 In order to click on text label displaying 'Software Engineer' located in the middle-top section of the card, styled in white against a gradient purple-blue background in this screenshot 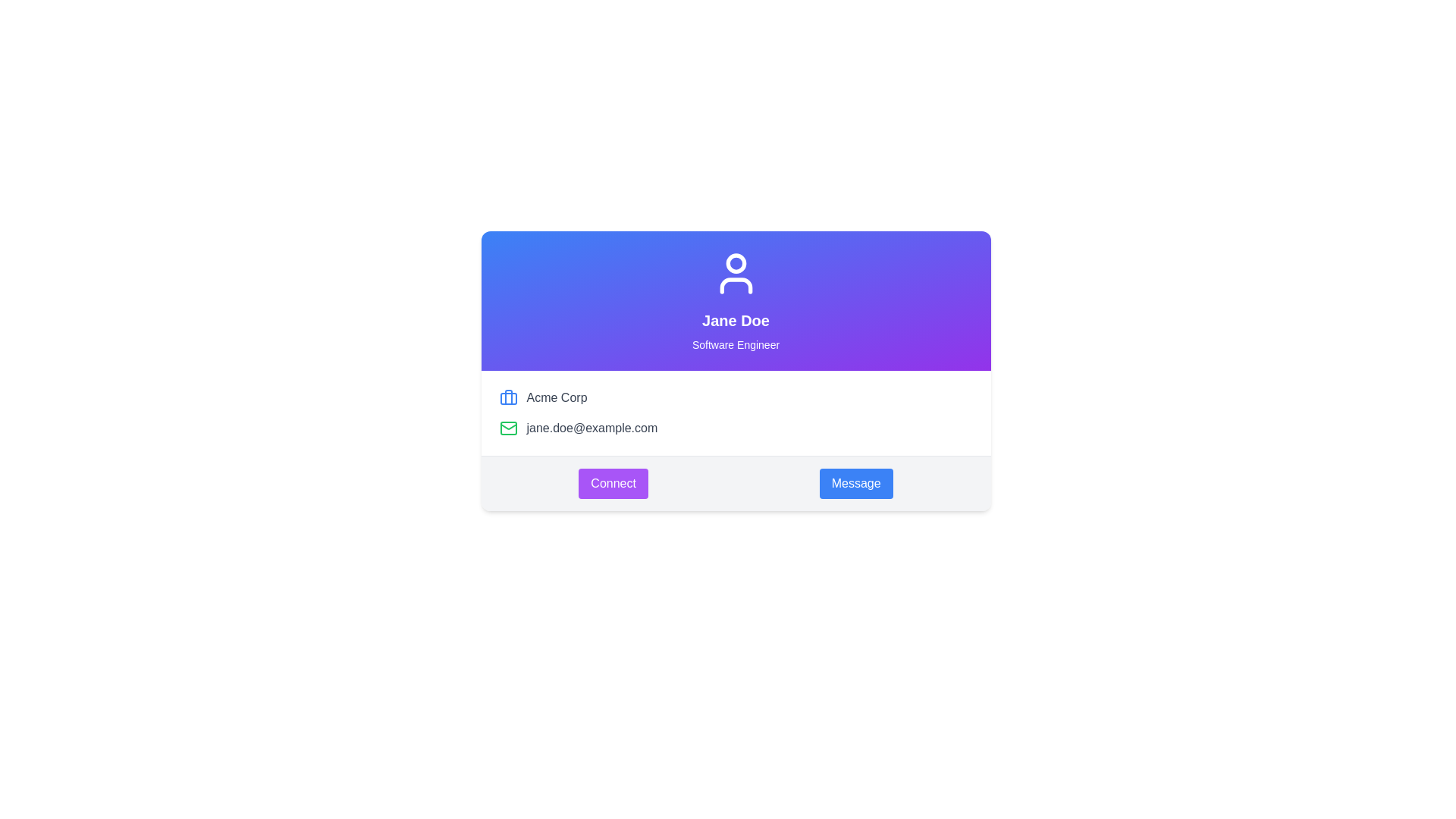, I will do `click(736, 345)`.